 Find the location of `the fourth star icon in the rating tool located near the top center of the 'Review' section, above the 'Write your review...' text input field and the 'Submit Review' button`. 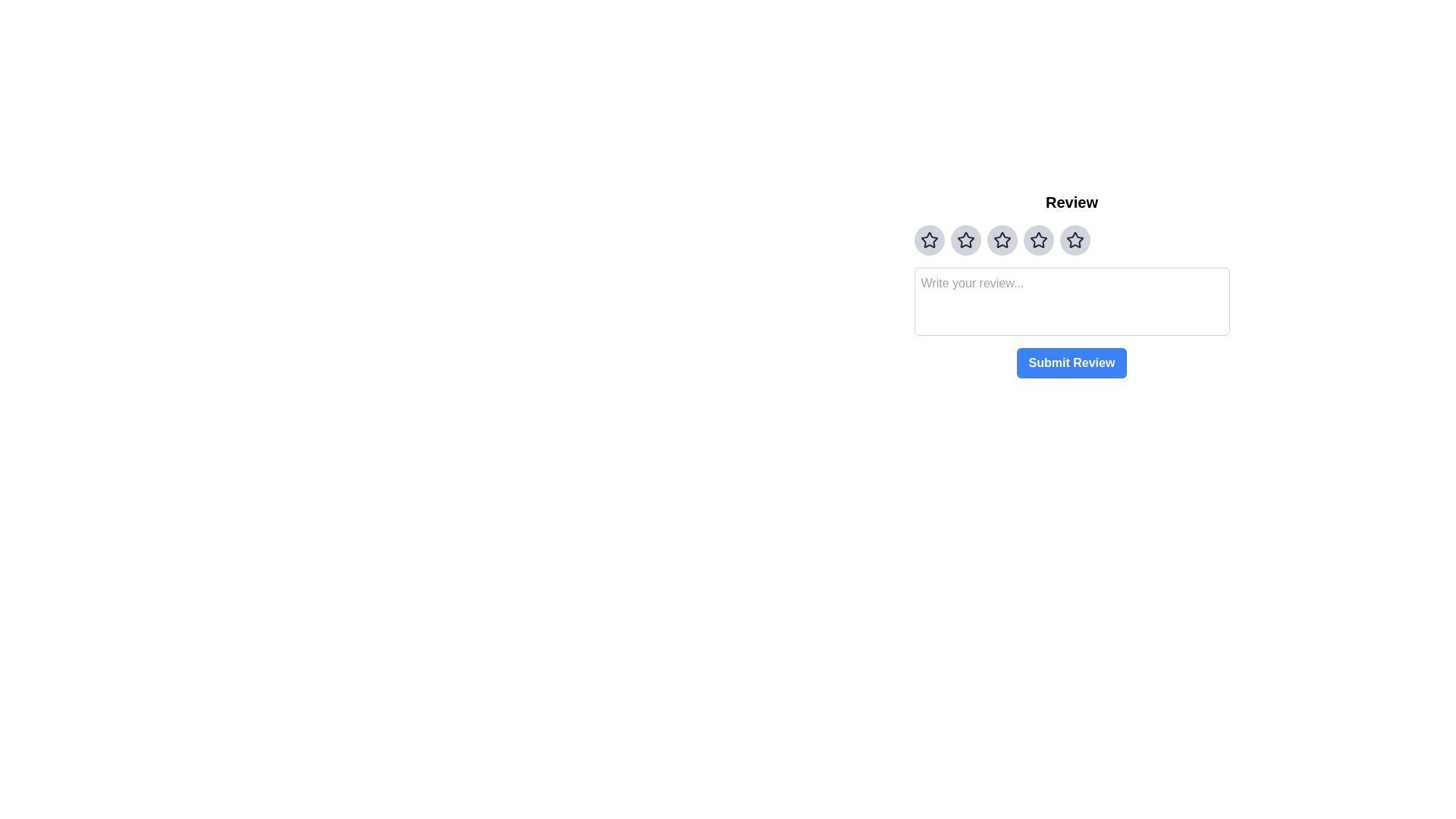

the fourth star icon in the rating tool located near the top center of the 'Review' section, above the 'Write your review...' text input field and the 'Submit Review' button is located at coordinates (1037, 239).